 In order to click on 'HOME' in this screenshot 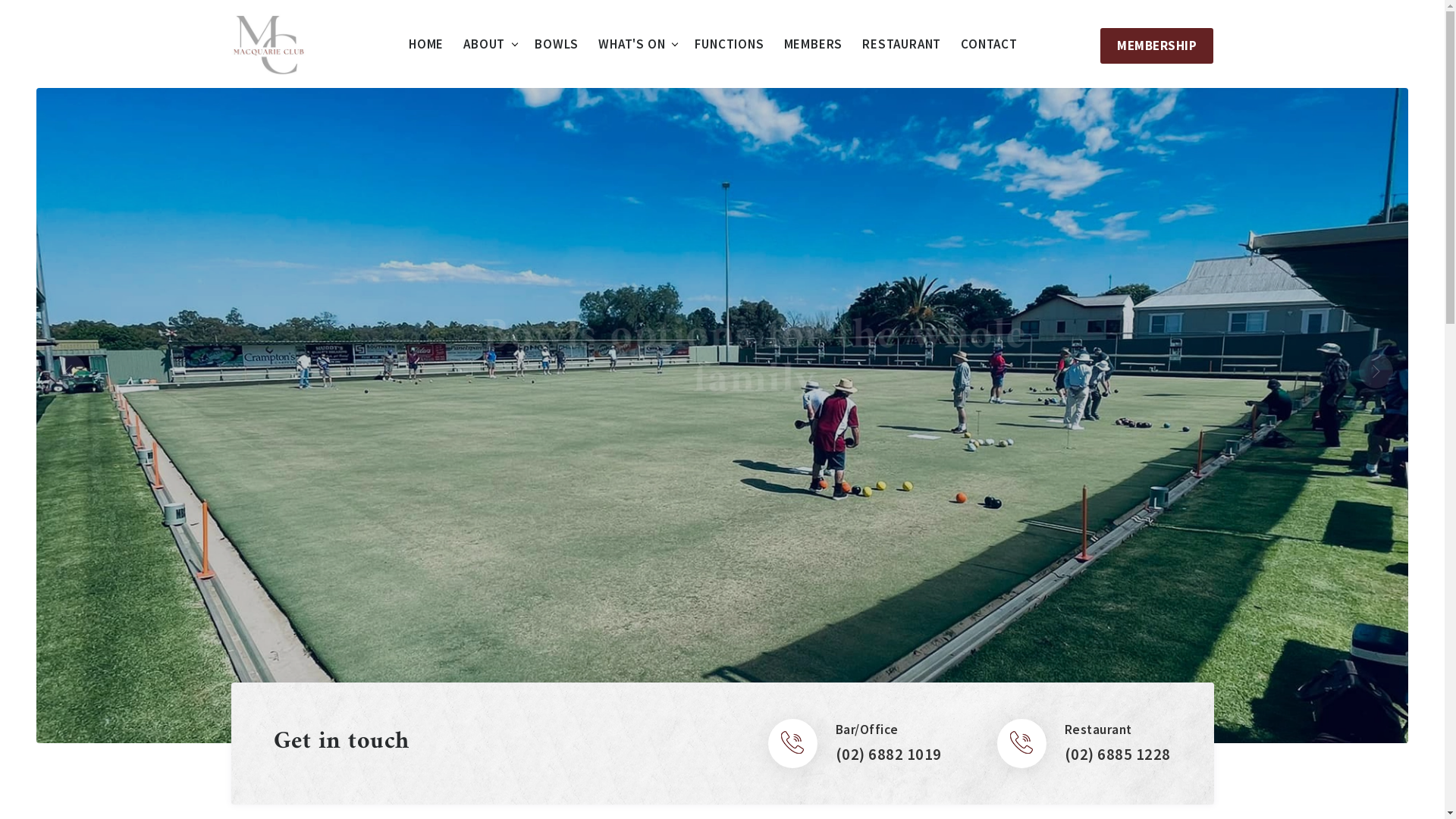, I will do `click(425, 43)`.